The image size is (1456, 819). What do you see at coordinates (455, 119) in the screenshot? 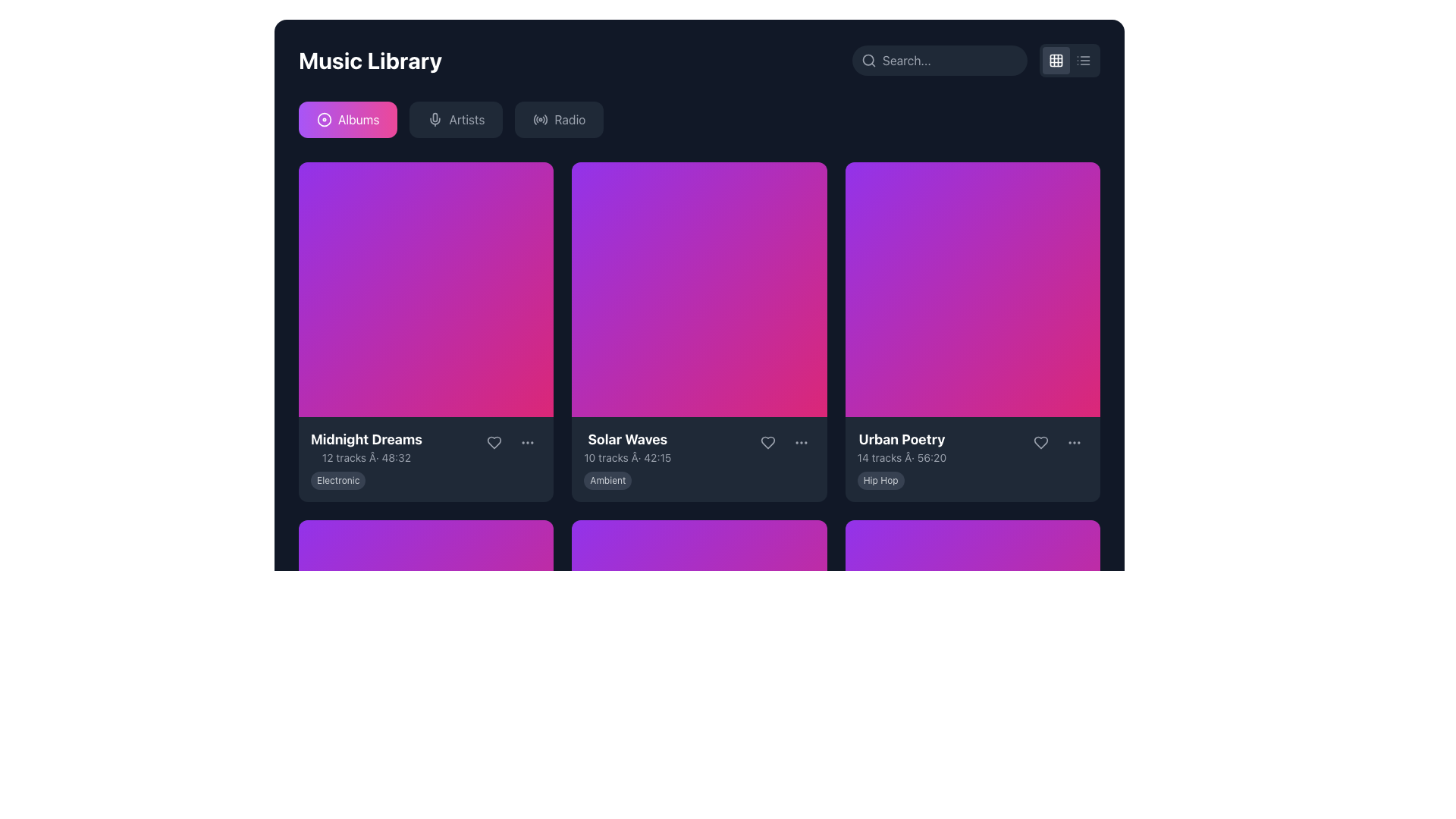
I see `the 'Artists' button in the navigation bar to change its text color to white` at bounding box center [455, 119].